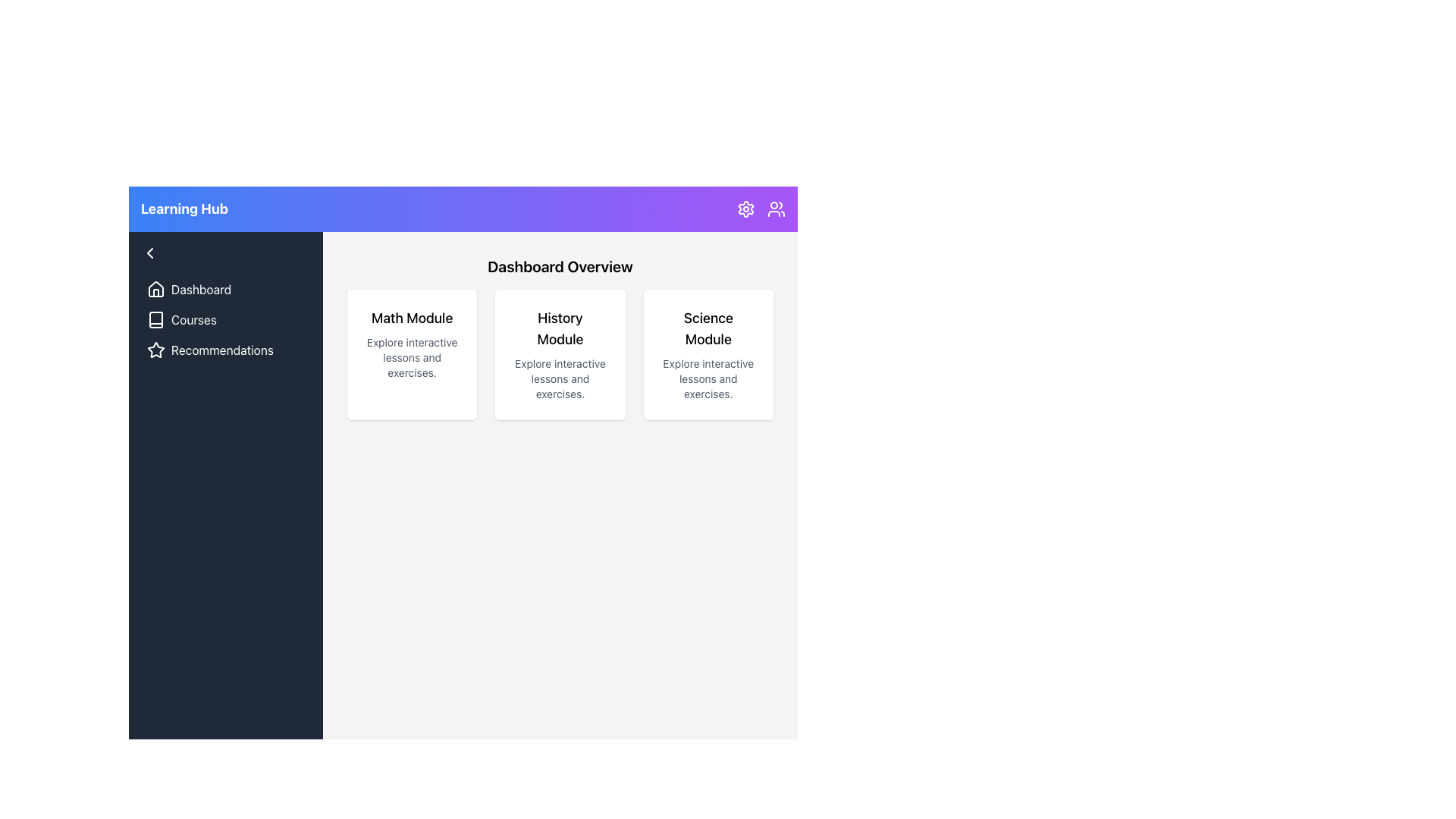 The image size is (1456, 819). I want to click on the descriptive text element that reads 'Explore interactive lessons and exercises', which is styled simply and is located below the 'Science Module' text in the upper-right quadrant of the dashboard interface, so click(708, 378).